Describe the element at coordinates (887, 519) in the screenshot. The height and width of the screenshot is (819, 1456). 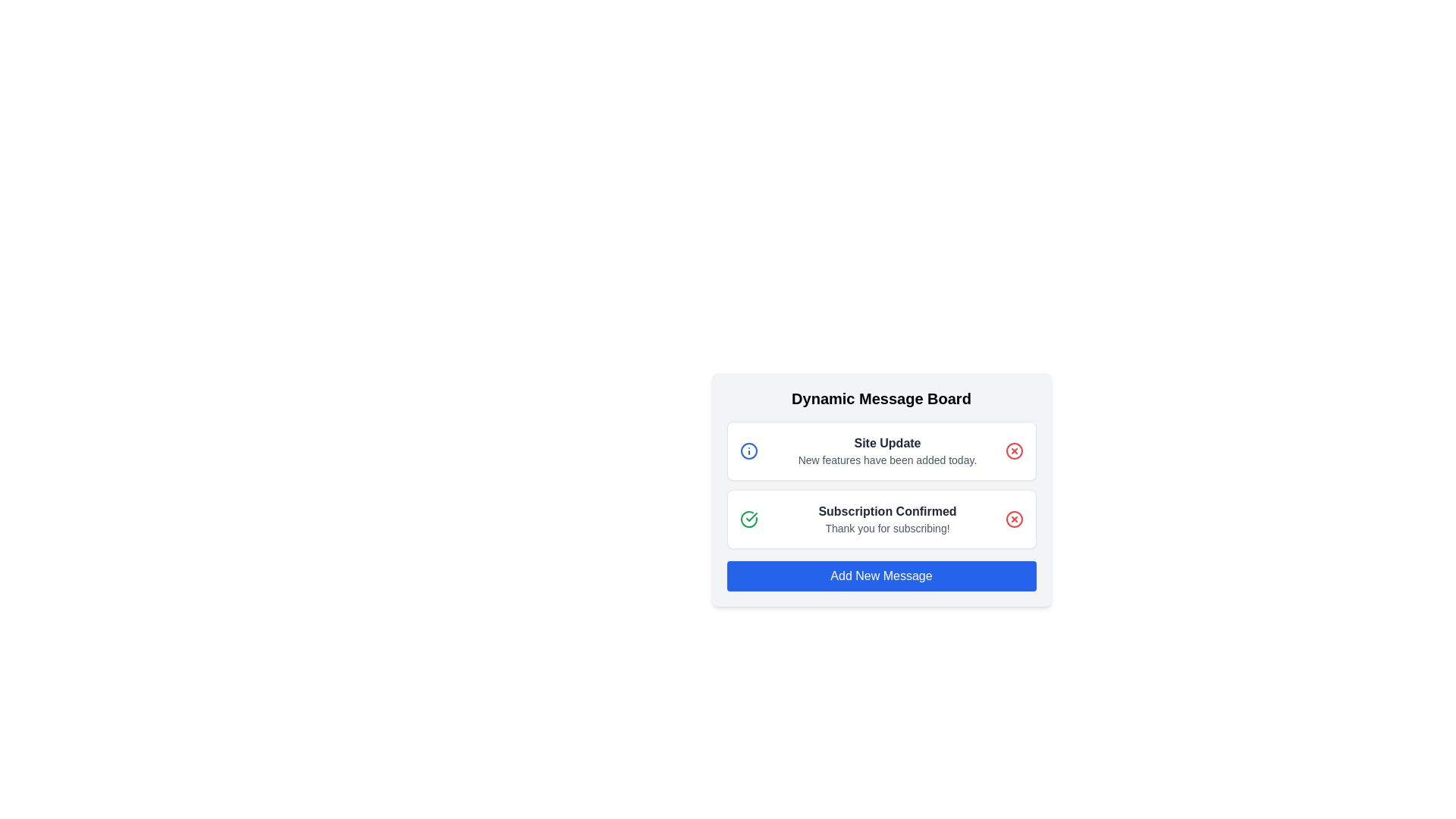
I see `the informational text display element that confirms the user's subscription, located centrally in the second row of notification cards` at that location.